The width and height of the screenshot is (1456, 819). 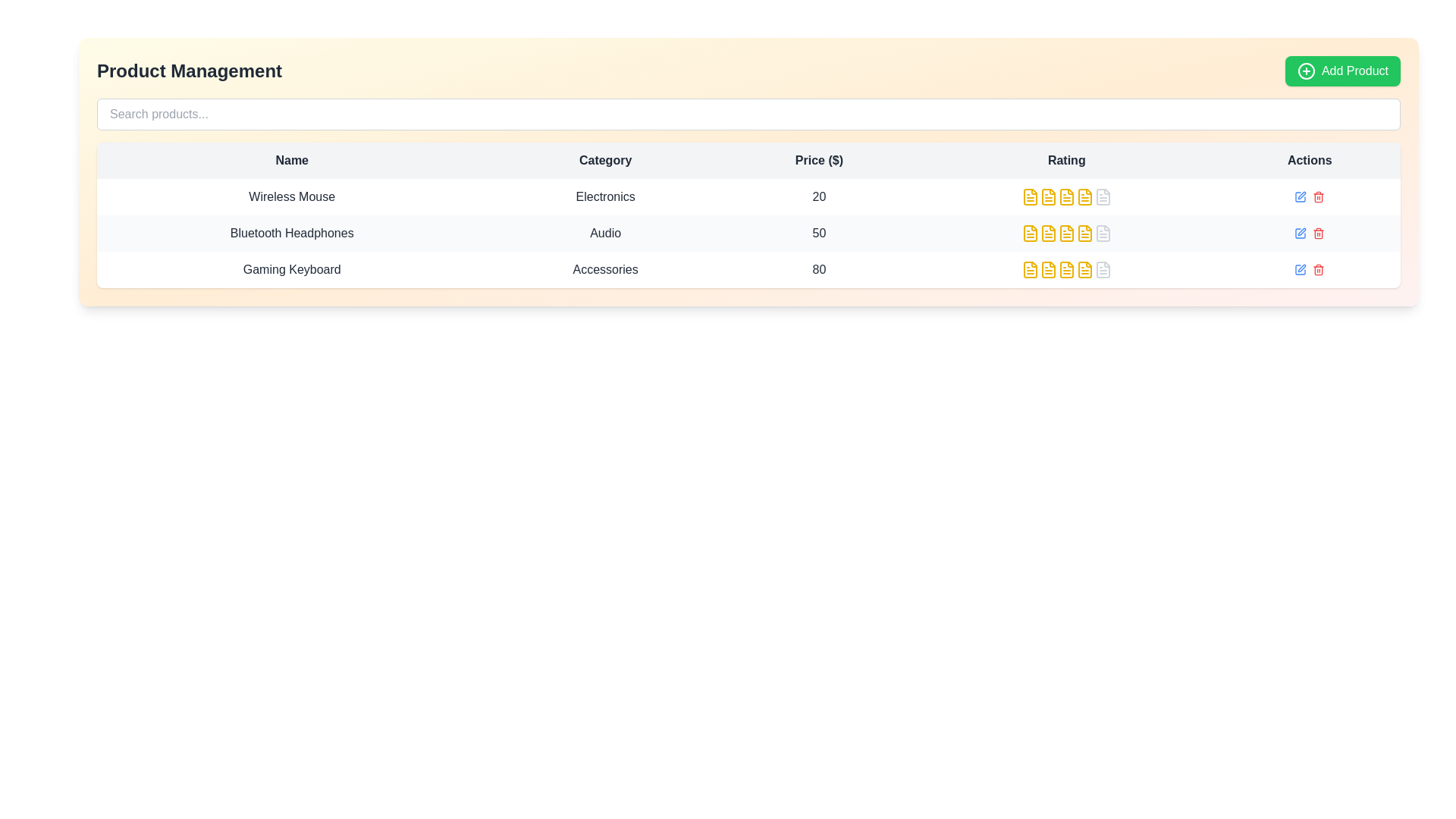 I want to click on the document icon in the last row of the table under the 'Rating' column, so click(x=1103, y=268).